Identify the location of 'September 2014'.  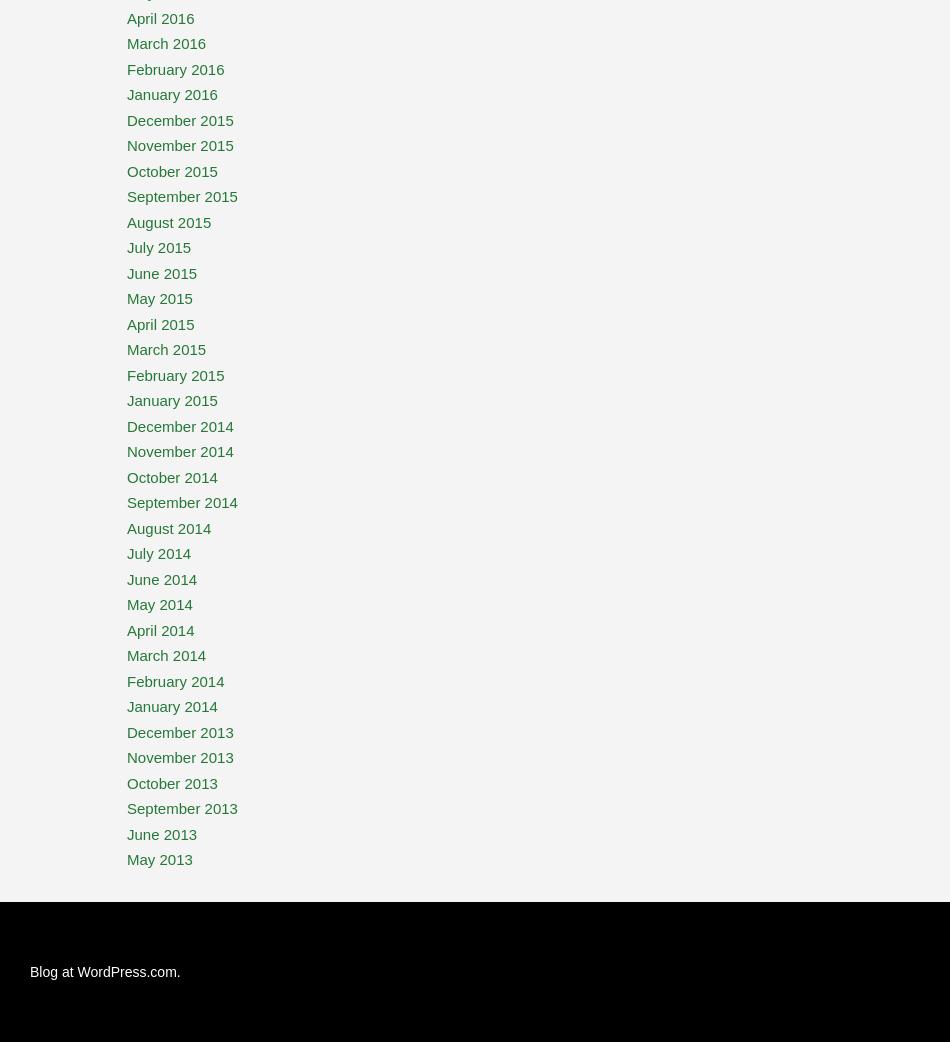
(182, 502).